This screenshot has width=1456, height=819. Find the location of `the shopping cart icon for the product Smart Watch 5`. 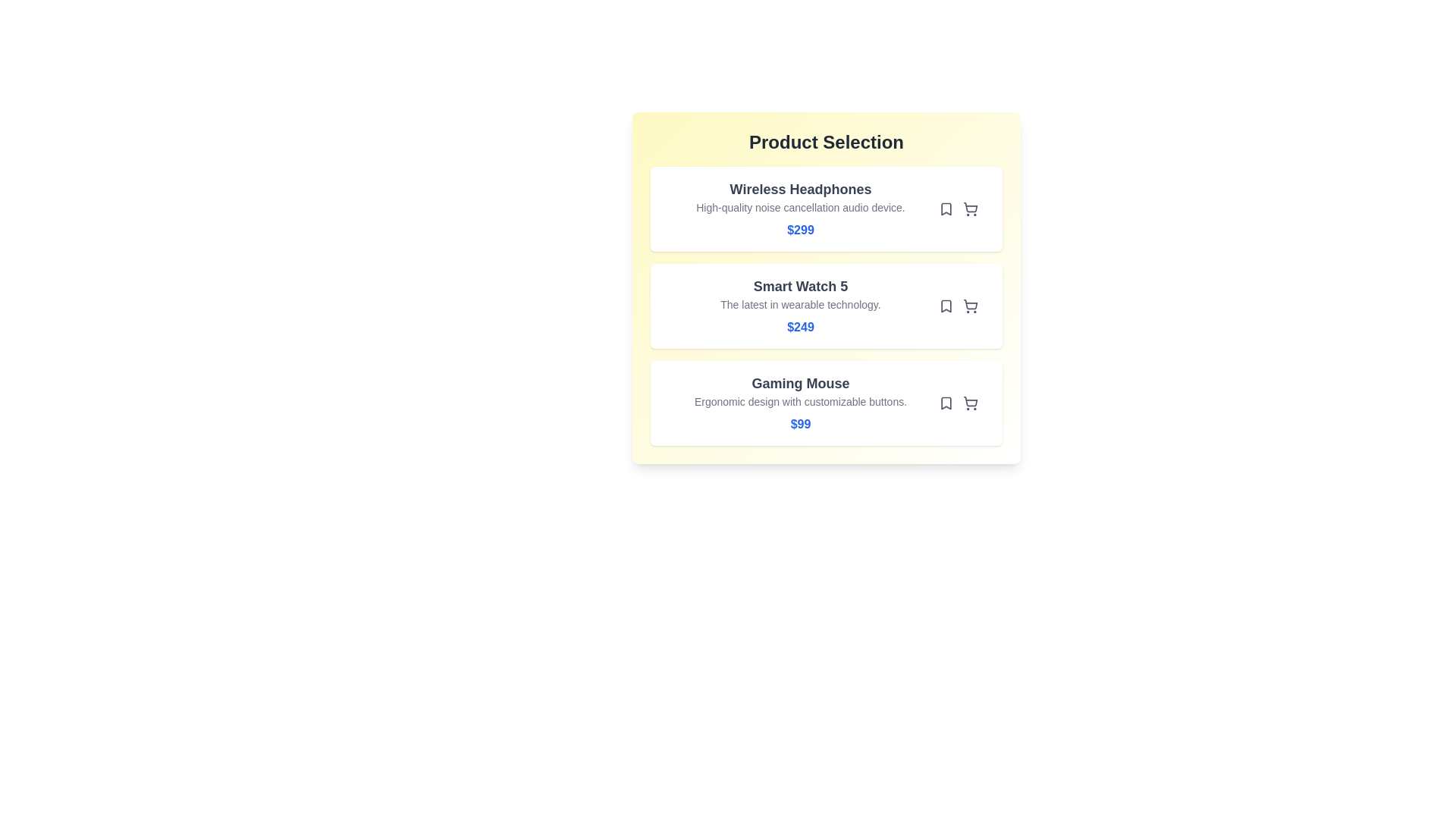

the shopping cart icon for the product Smart Watch 5 is located at coordinates (971, 306).